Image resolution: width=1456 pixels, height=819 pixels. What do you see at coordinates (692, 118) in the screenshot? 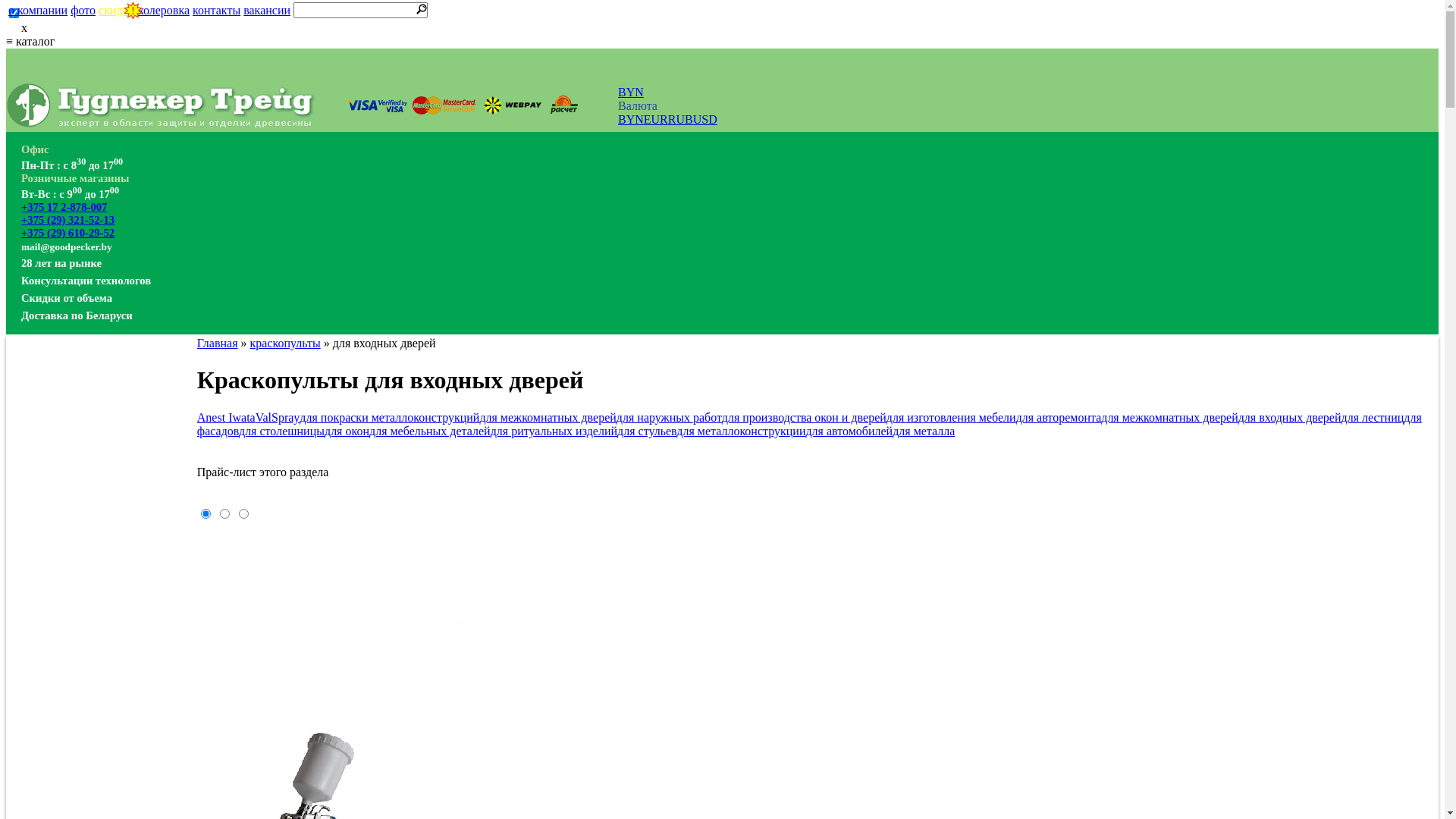
I see `'USD'` at bounding box center [692, 118].